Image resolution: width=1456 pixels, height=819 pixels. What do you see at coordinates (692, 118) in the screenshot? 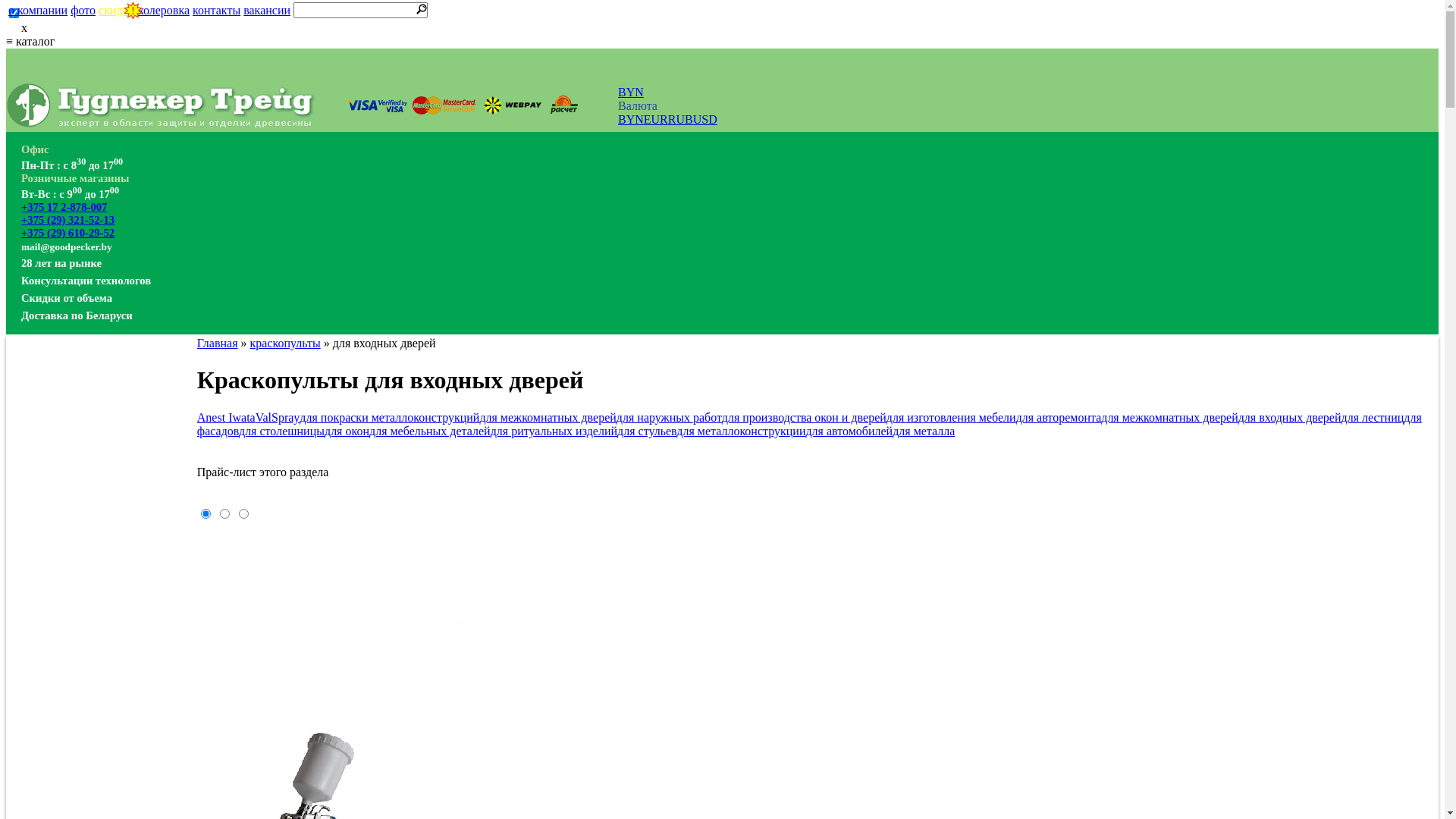
I see `'USD'` at bounding box center [692, 118].